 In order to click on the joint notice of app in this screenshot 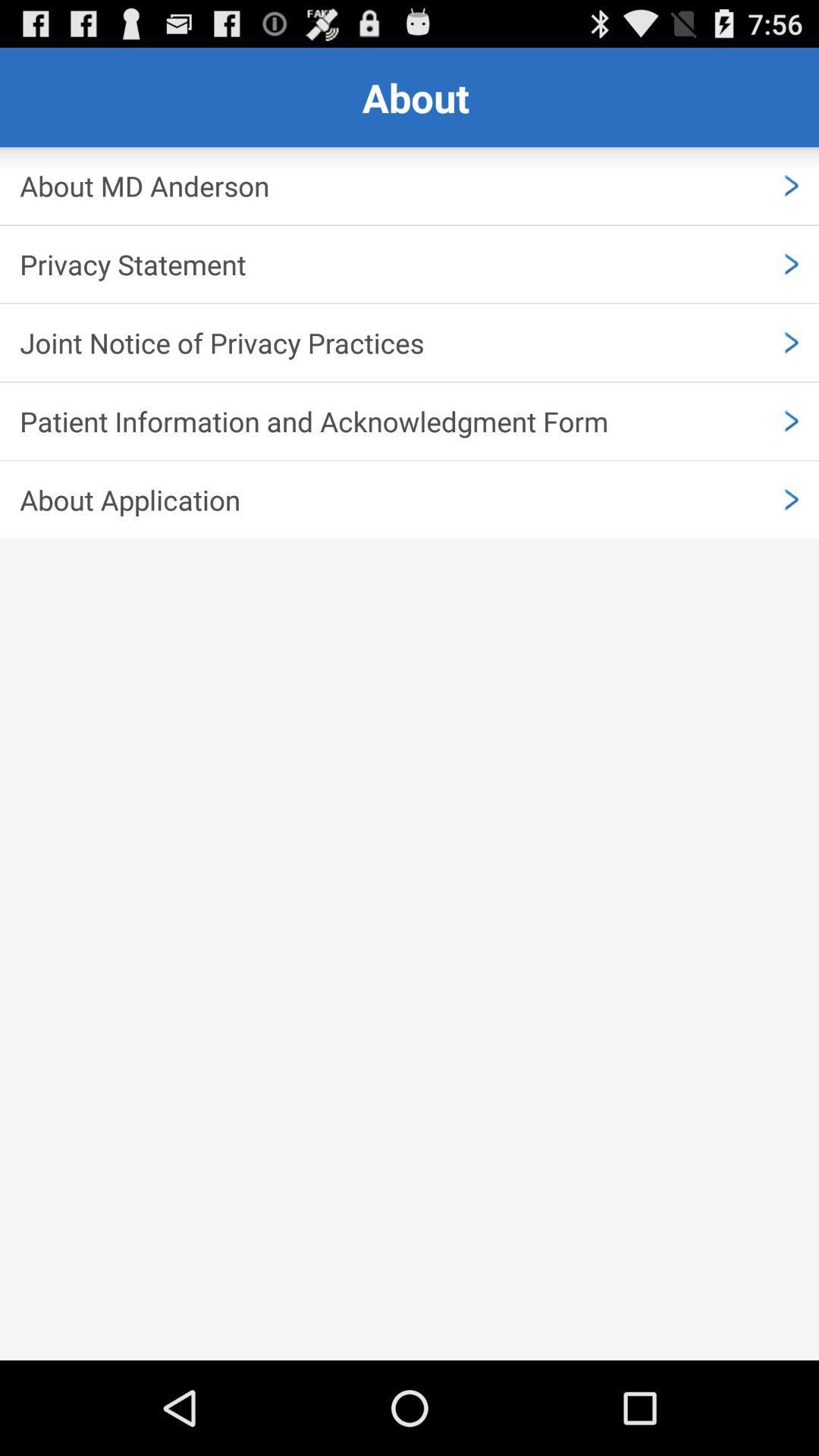, I will do `click(409, 342)`.